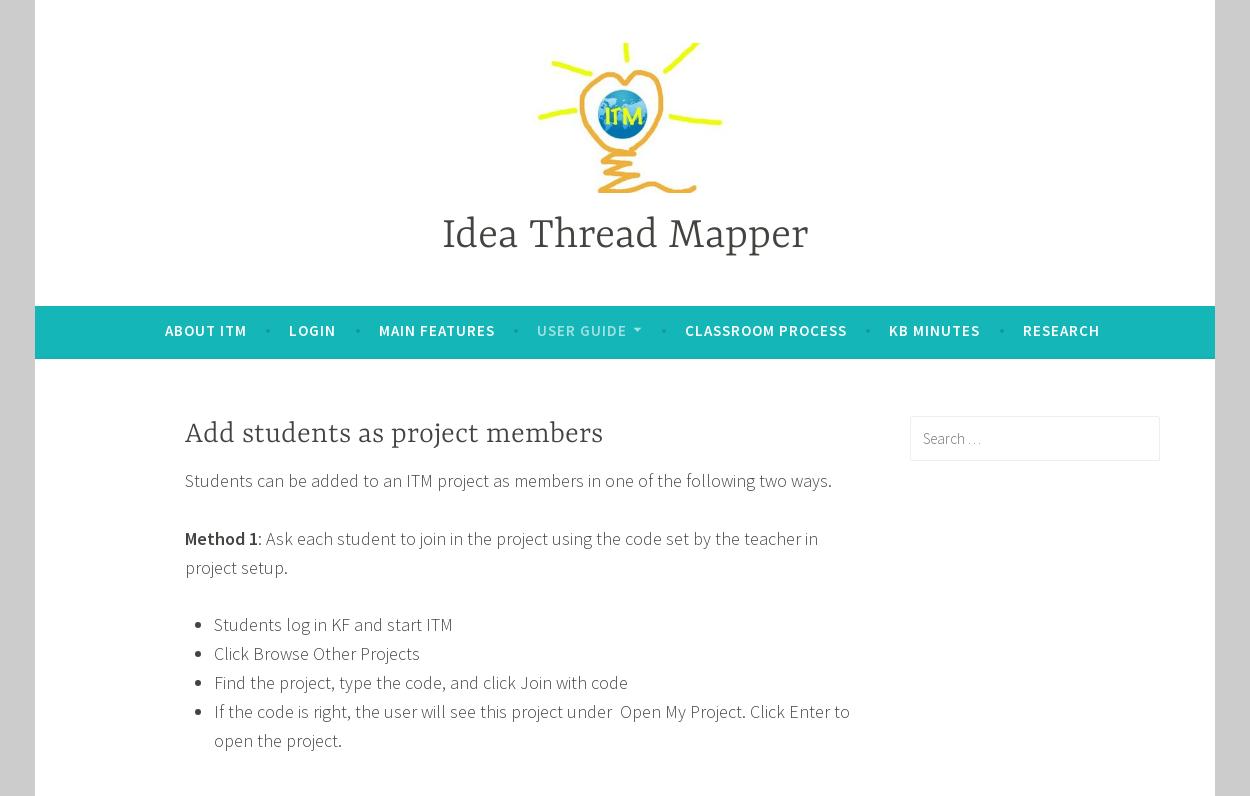 Image resolution: width=1250 pixels, height=796 pixels. I want to click on 'Idea Thread Mapper', so click(623, 236).